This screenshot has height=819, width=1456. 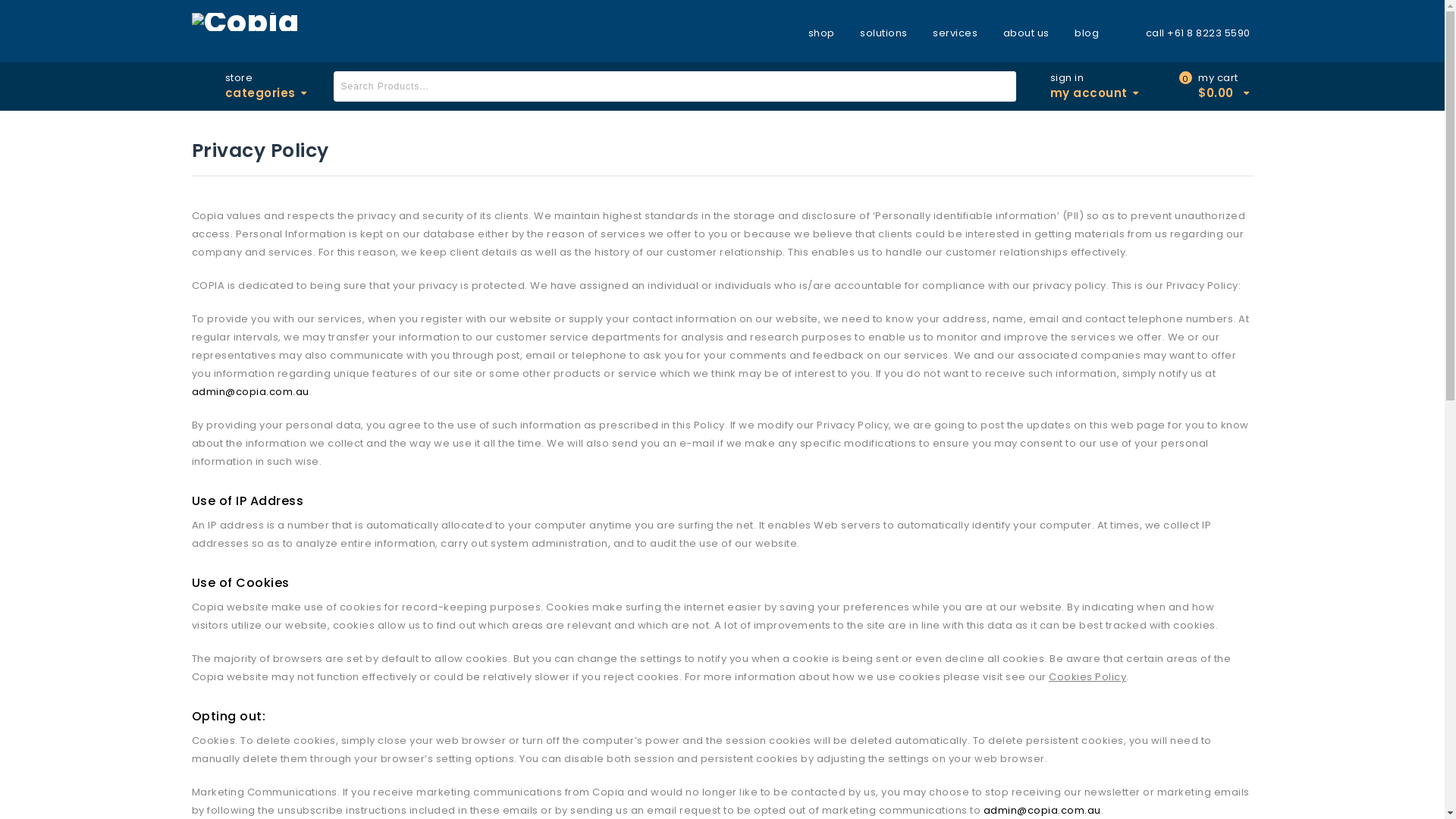 What do you see at coordinates (1026, 32) in the screenshot?
I see `'about us'` at bounding box center [1026, 32].